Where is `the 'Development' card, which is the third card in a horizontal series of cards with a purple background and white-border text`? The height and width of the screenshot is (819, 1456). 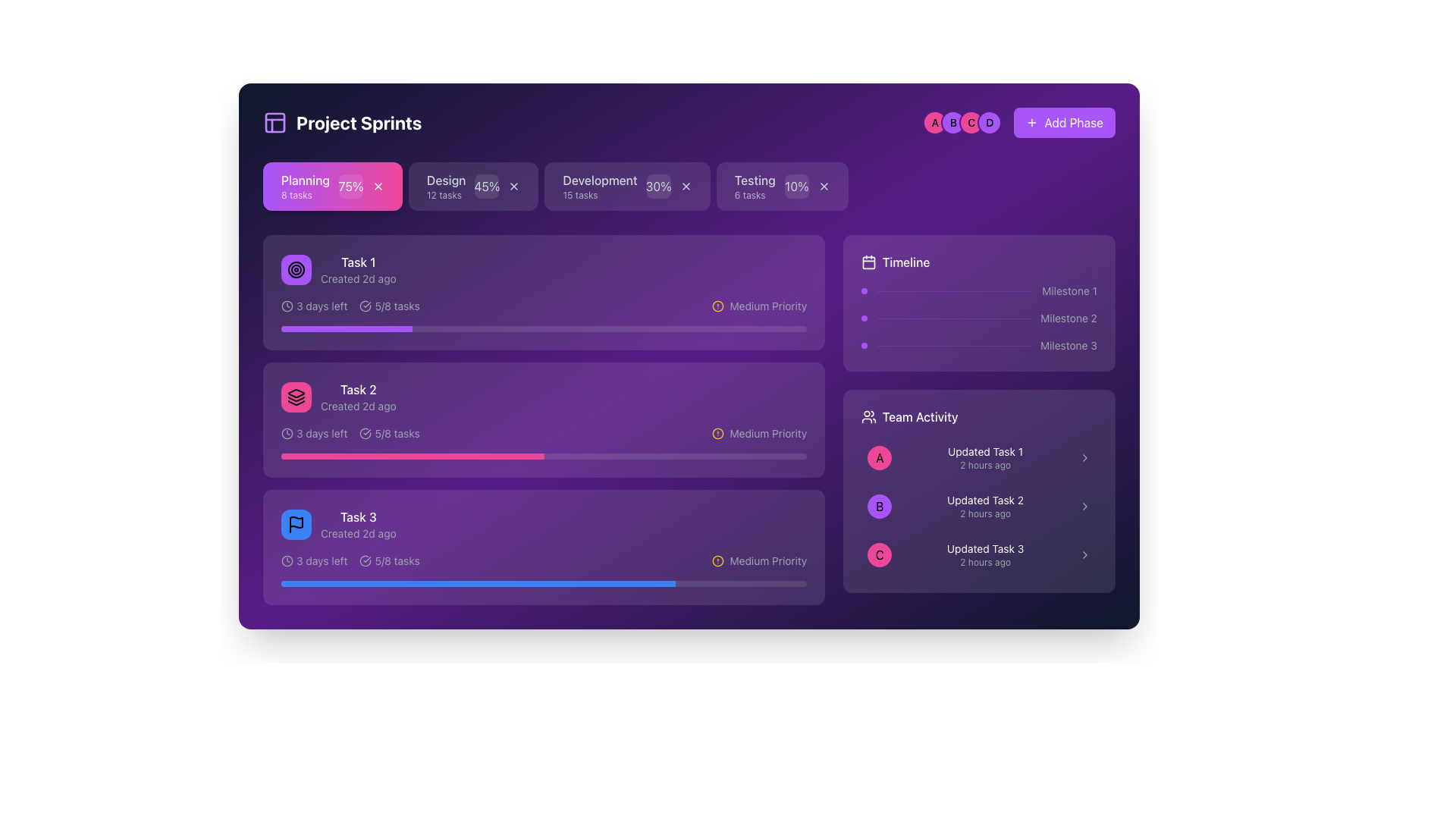 the 'Development' card, which is the third card in a horizontal series of cards with a purple background and white-border text is located at coordinates (627, 186).